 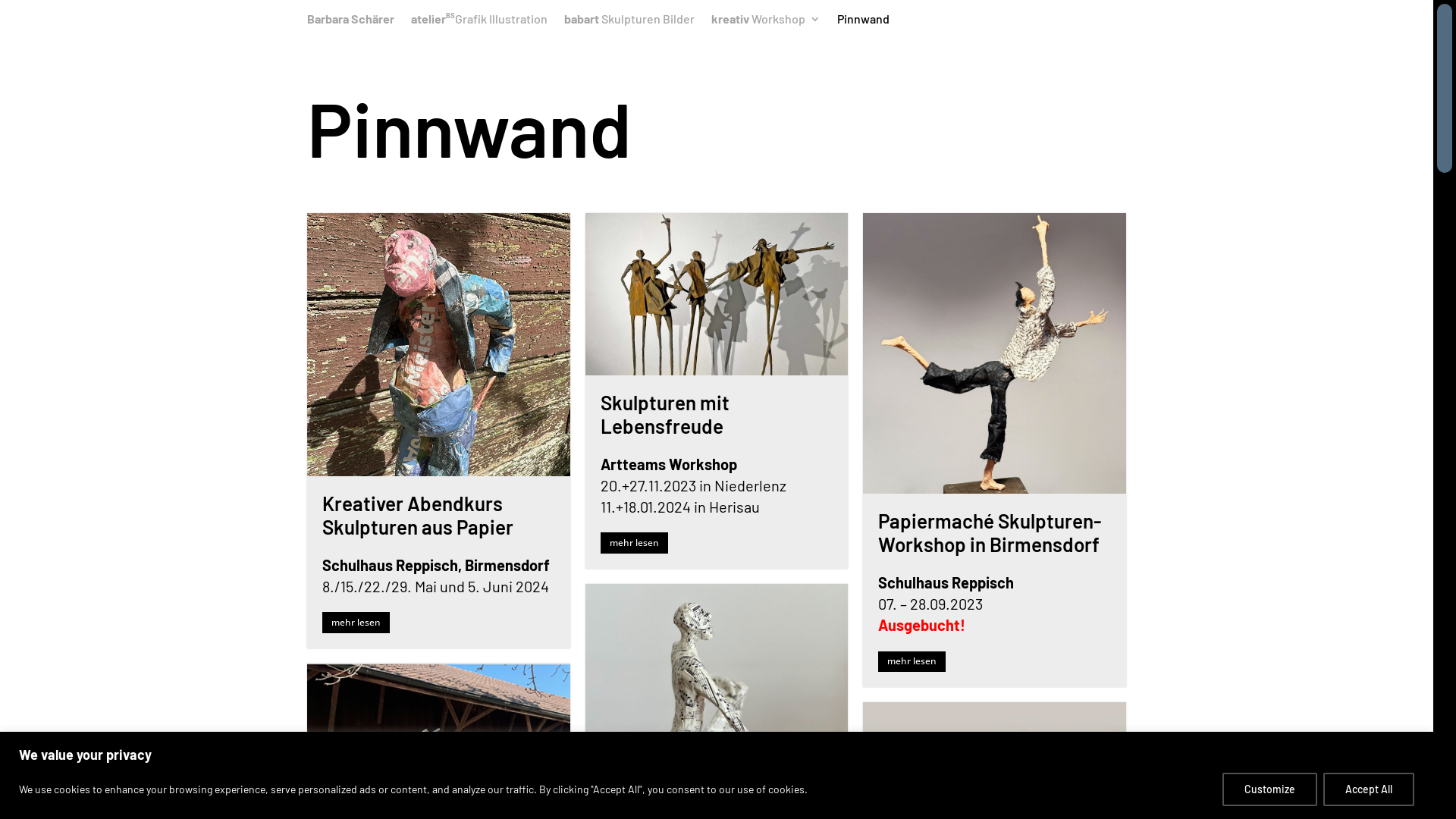 I want to click on 'Customize', so click(x=1269, y=788).